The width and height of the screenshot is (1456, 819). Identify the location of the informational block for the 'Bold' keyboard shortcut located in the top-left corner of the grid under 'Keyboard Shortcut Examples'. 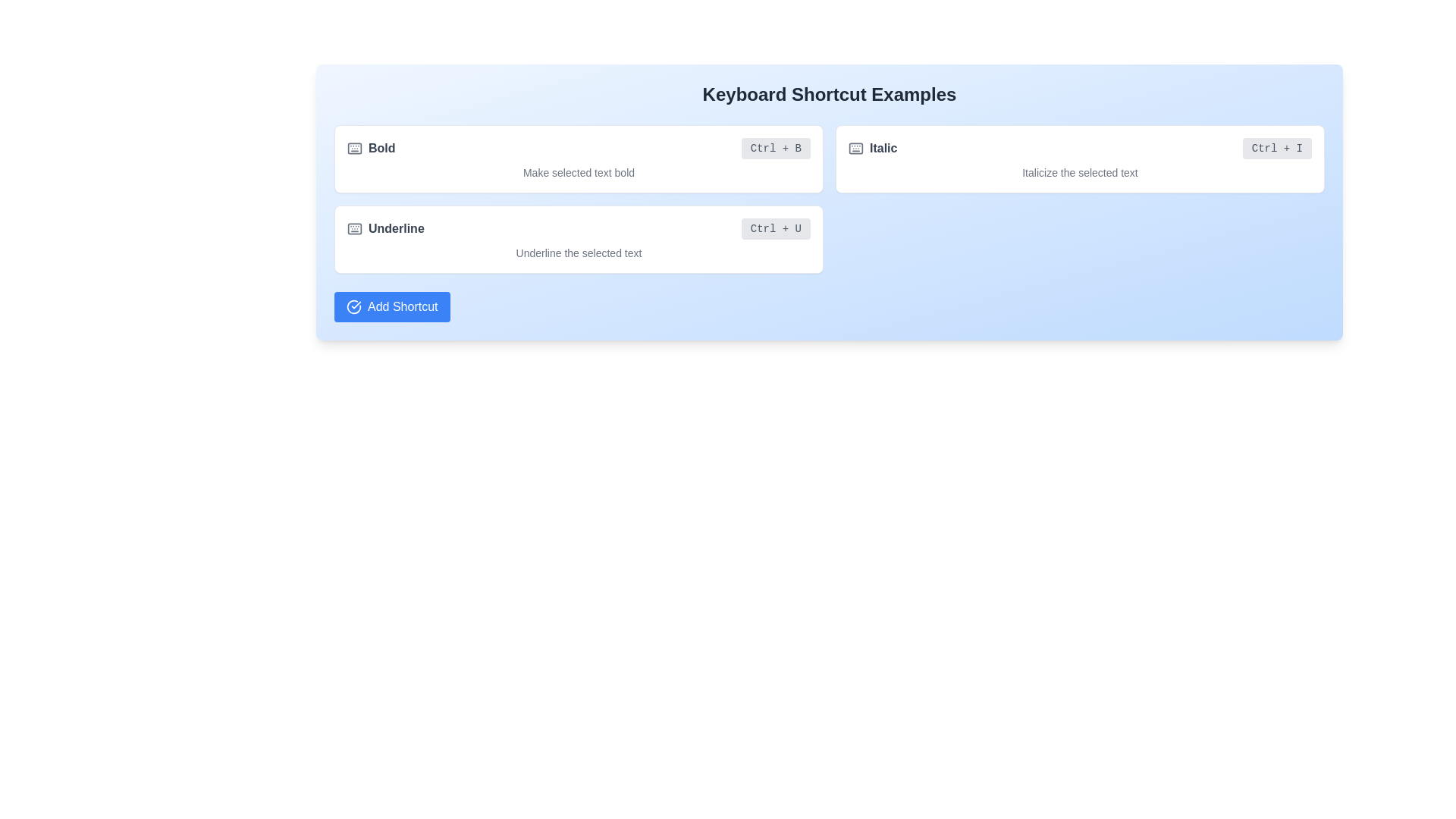
(578, 158).